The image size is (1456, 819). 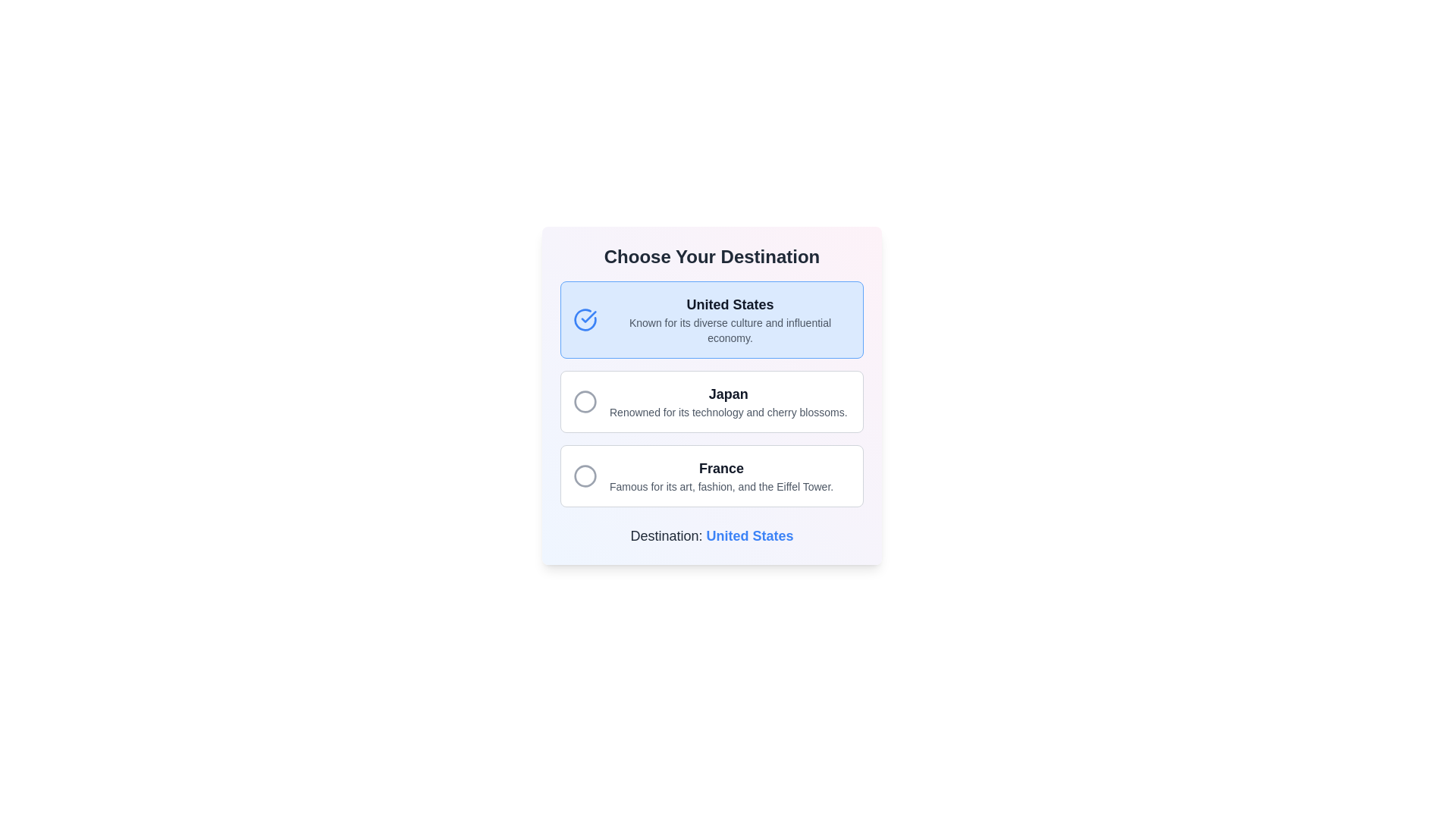 I want to click on the circular indicator located to the left of the text 'Japan' in the second option block of the selection list, so click(x=585, y=400).